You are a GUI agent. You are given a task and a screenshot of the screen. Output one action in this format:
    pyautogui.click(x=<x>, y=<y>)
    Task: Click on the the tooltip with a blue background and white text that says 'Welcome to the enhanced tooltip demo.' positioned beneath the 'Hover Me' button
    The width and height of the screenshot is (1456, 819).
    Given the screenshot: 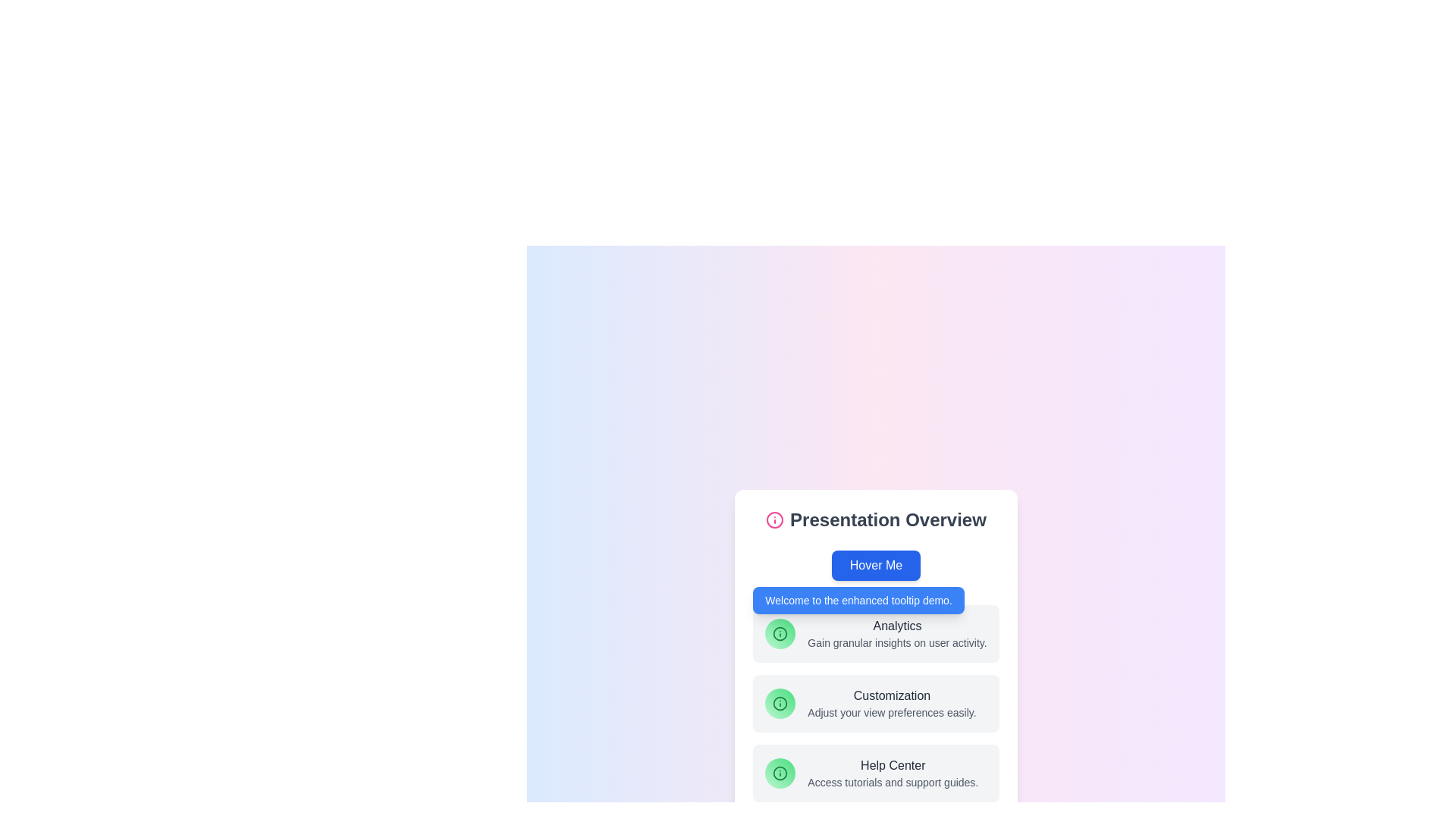 What is the action you would take?
    pyautogui.click(x=858, y=599)
    